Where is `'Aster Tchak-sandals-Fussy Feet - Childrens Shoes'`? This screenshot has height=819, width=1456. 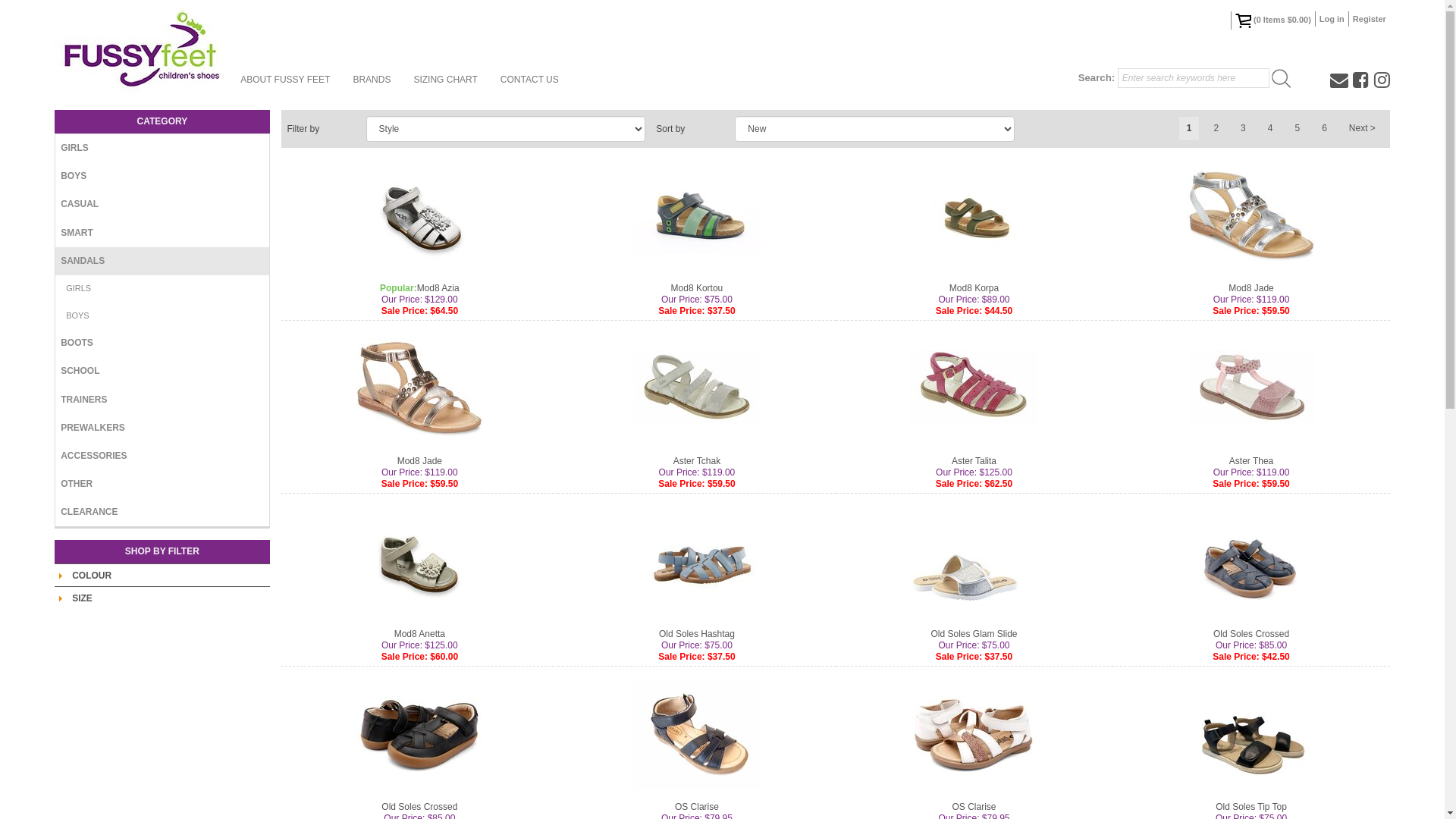 'Aster Tchak-sandals-Fussy Feet - Childrens Shoes' is located at coordinates (695, 388).